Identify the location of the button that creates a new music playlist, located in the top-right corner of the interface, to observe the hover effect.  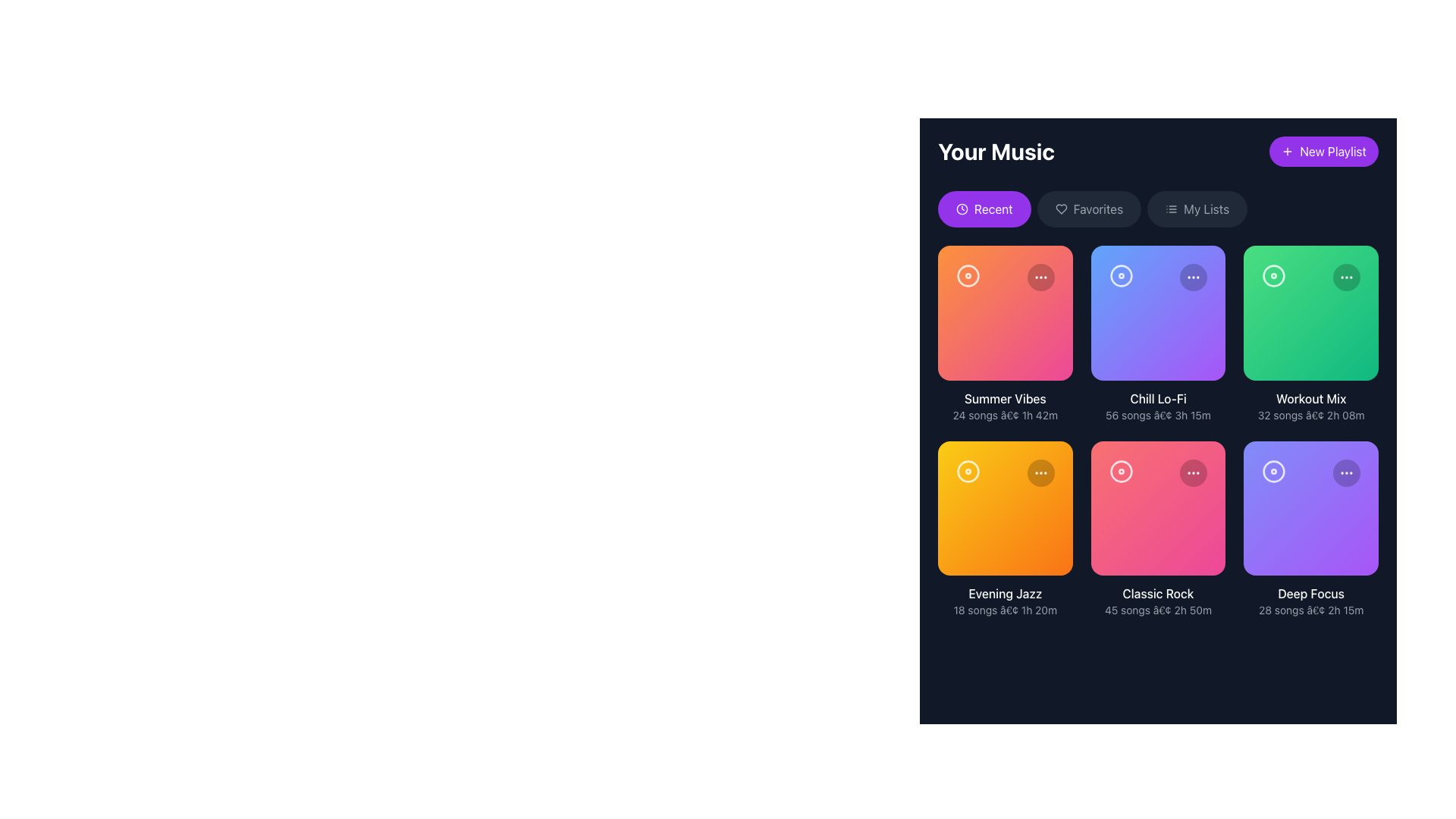
(1323, 152).